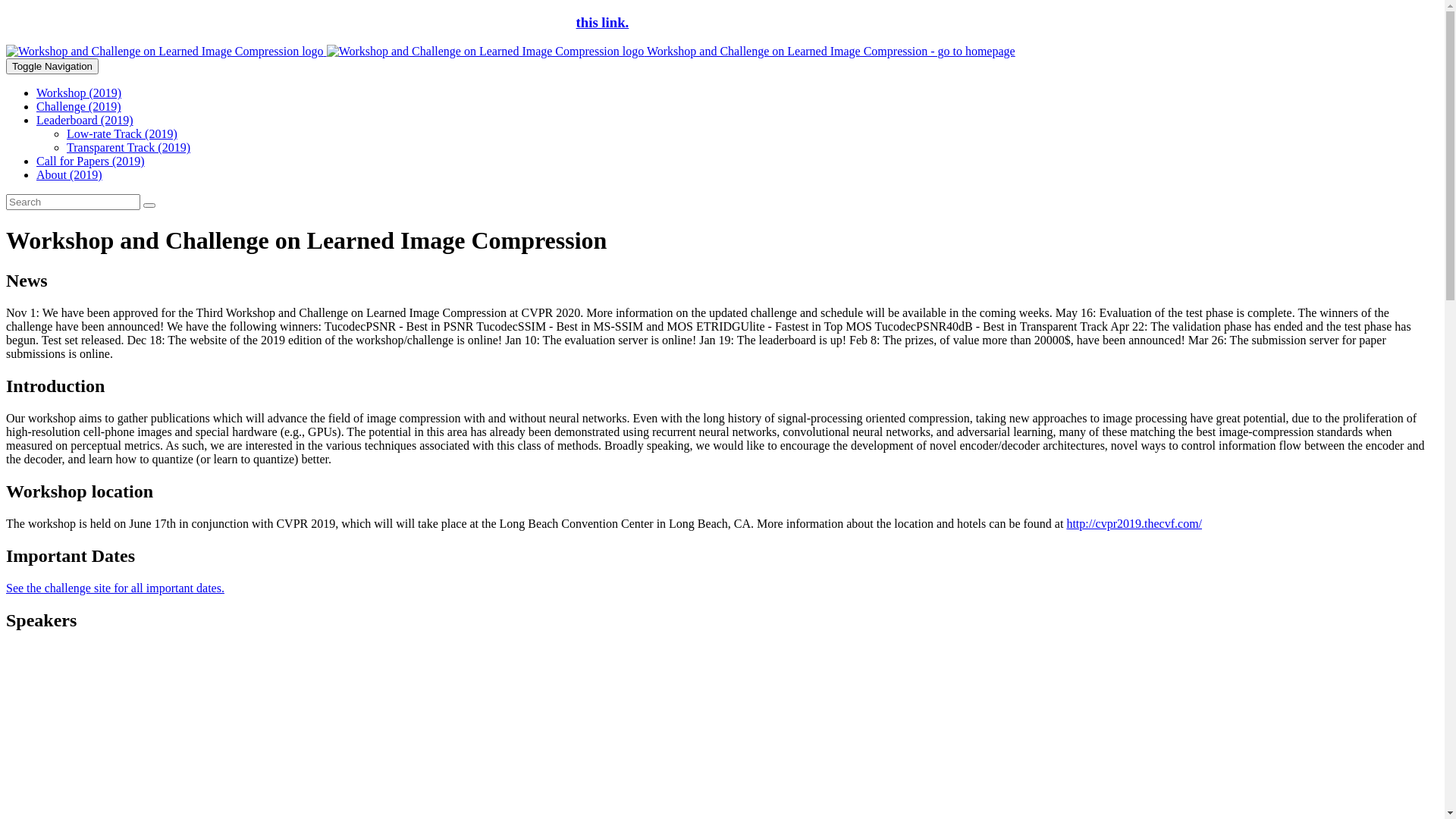 This screenshot has height=819, width=1456. I want to click on 'Challenge (2019)', so click(78, 105).